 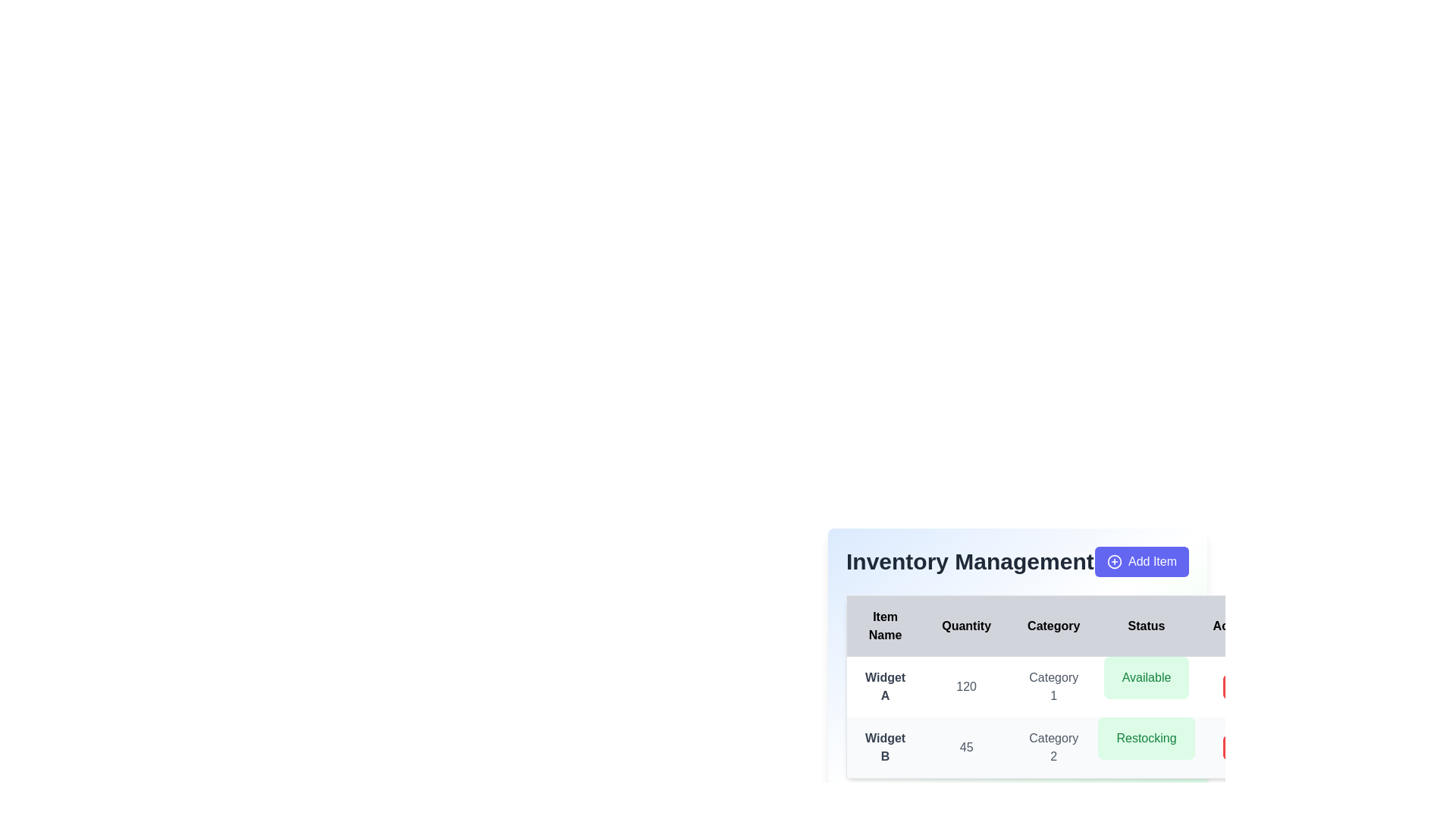 What do you see at coordinates (1060, 747) in the screenshot?
I see `the table row displaying inventory information for 'Widget B', located in the second row under the 'Inventory Management' header` at bounding box center [1060, 747].